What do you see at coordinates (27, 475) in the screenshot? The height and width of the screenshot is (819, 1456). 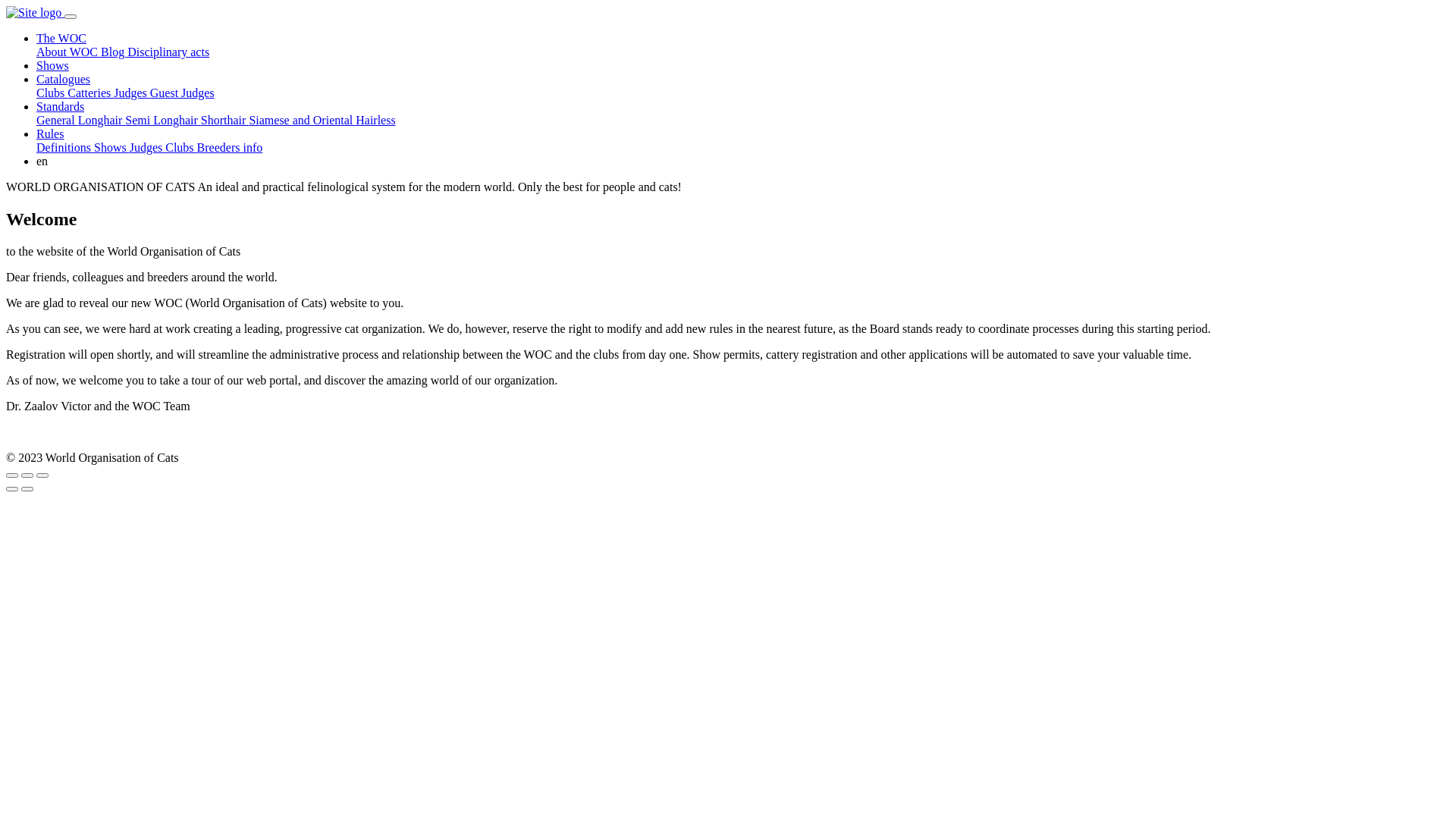 I see `'Toggle fullscreen'` at bounding box center [27, 475].